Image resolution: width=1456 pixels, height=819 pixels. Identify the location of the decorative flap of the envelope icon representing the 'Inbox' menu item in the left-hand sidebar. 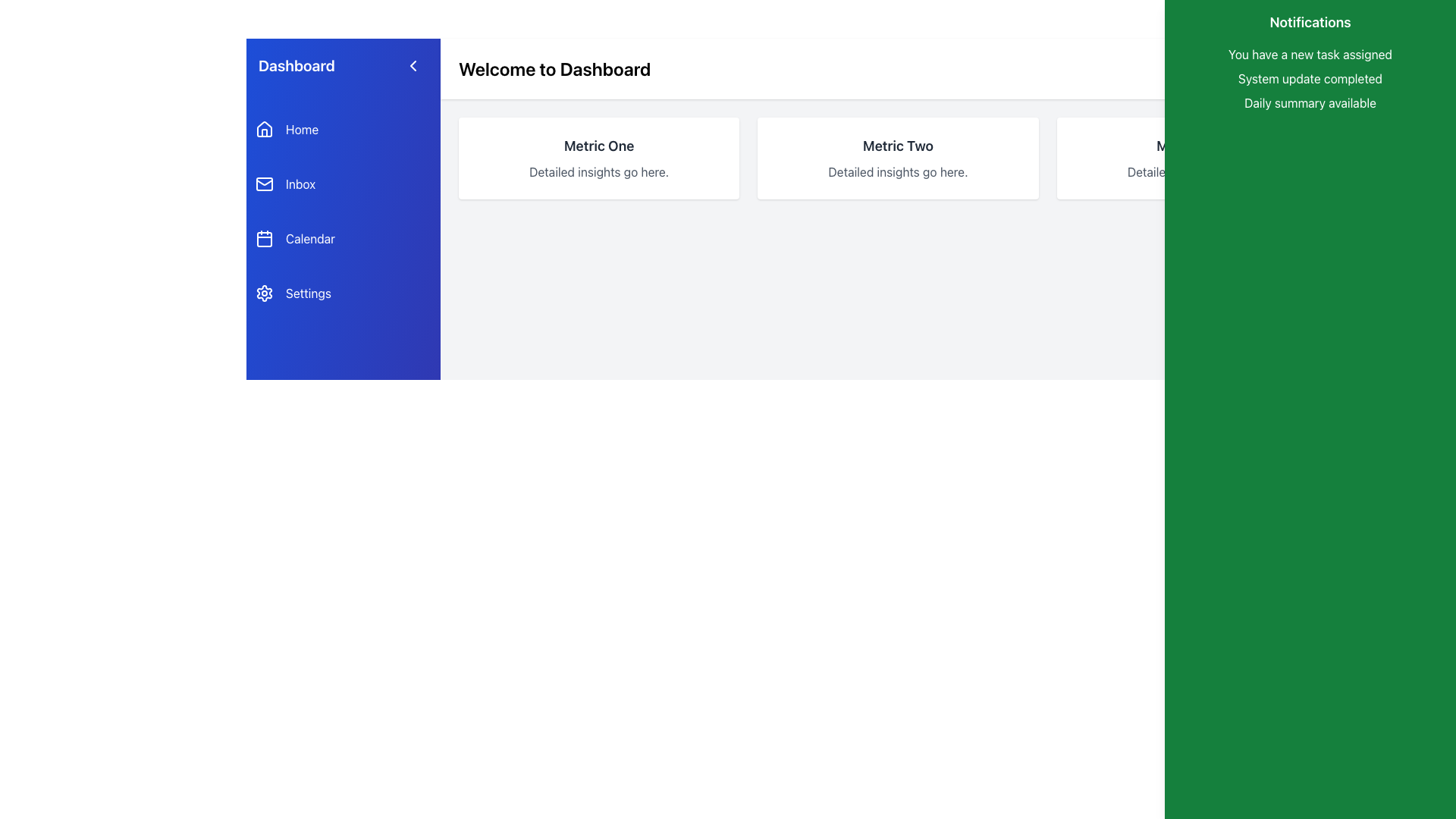
(265, 180).